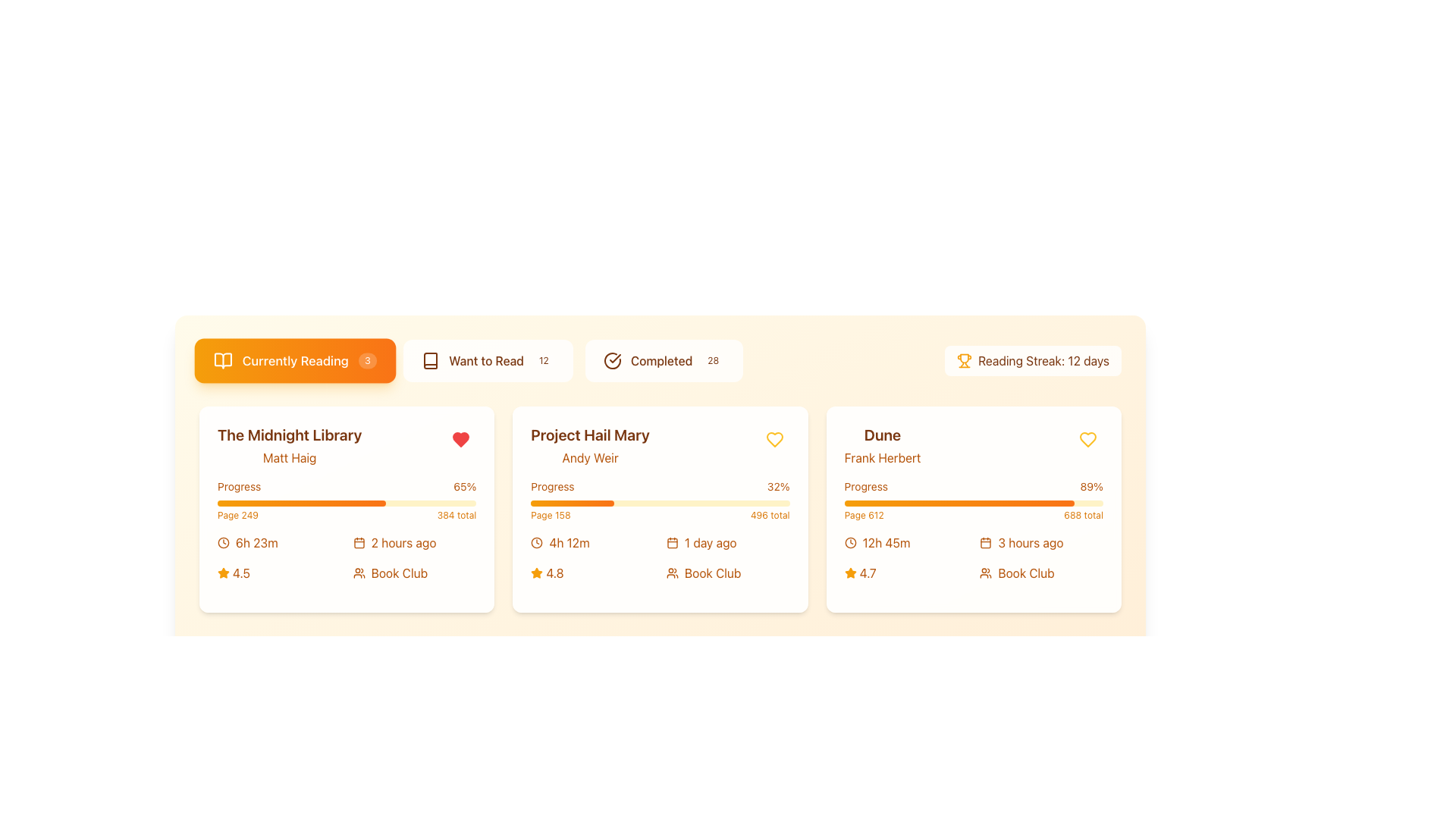 This screenshot has height=819, width=1456. I want to click on the text display titled 'The Midnight Library' with the author 'Matt Haig' and the red heart icon, located in the upper section of the leftmost card in the 'Currently Reading' tab, so click(346, 444).